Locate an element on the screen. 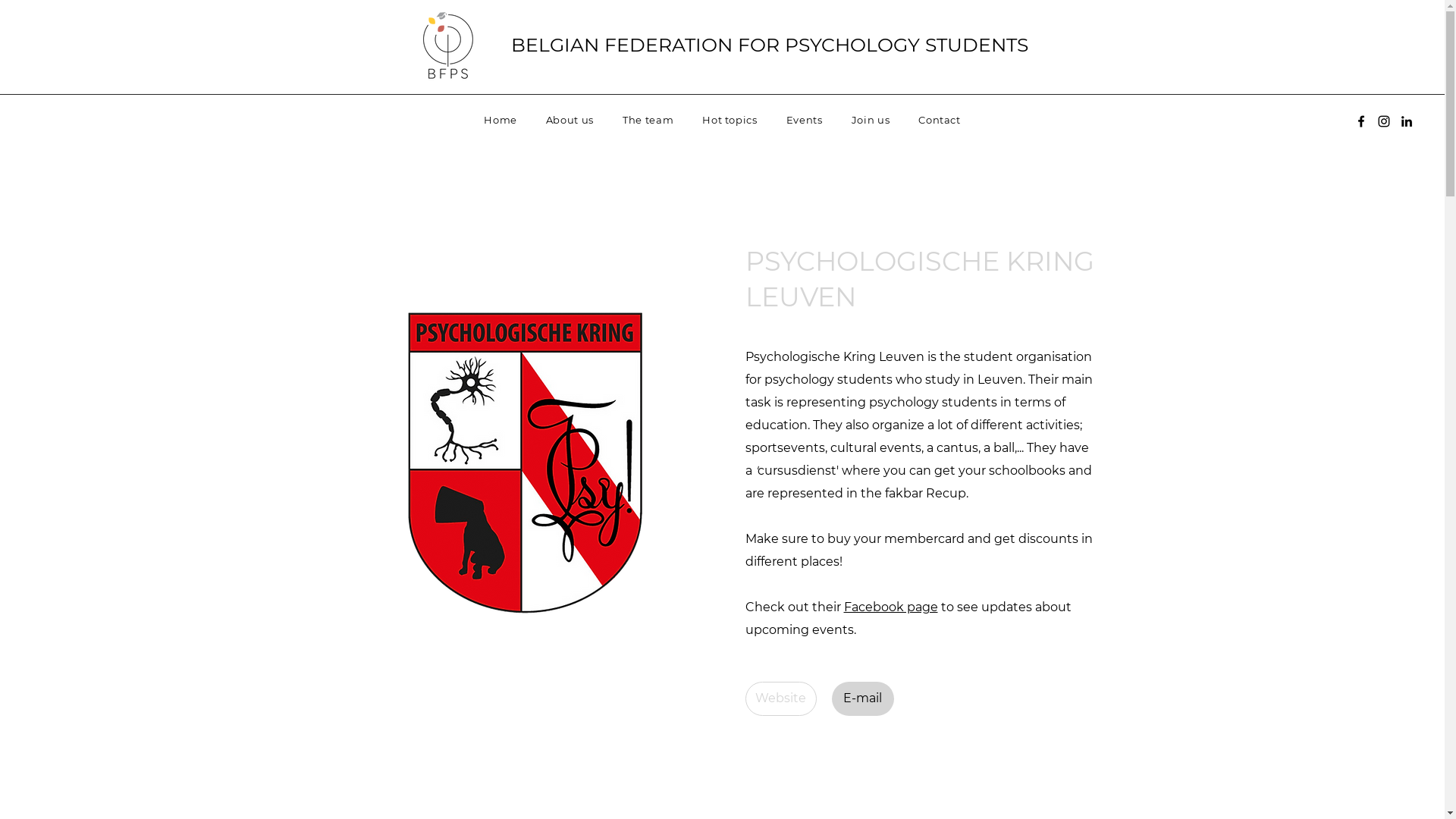 Image resolution: width=1456 pixels, height=819 pixels. 'Events' is located at coordinates (775, 119).